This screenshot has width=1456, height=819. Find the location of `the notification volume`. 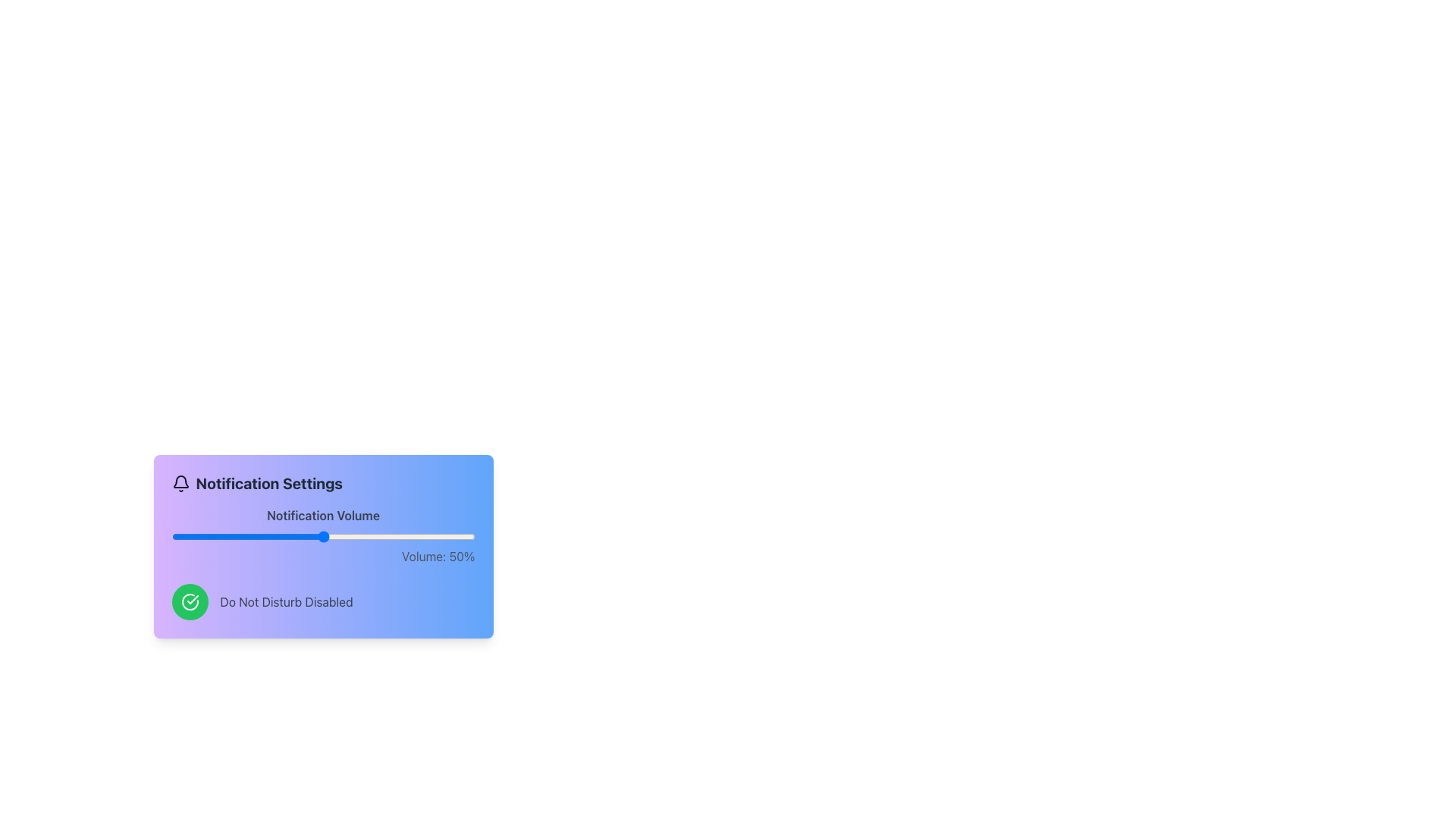

the notification volume is located at coordinates (411, 536).